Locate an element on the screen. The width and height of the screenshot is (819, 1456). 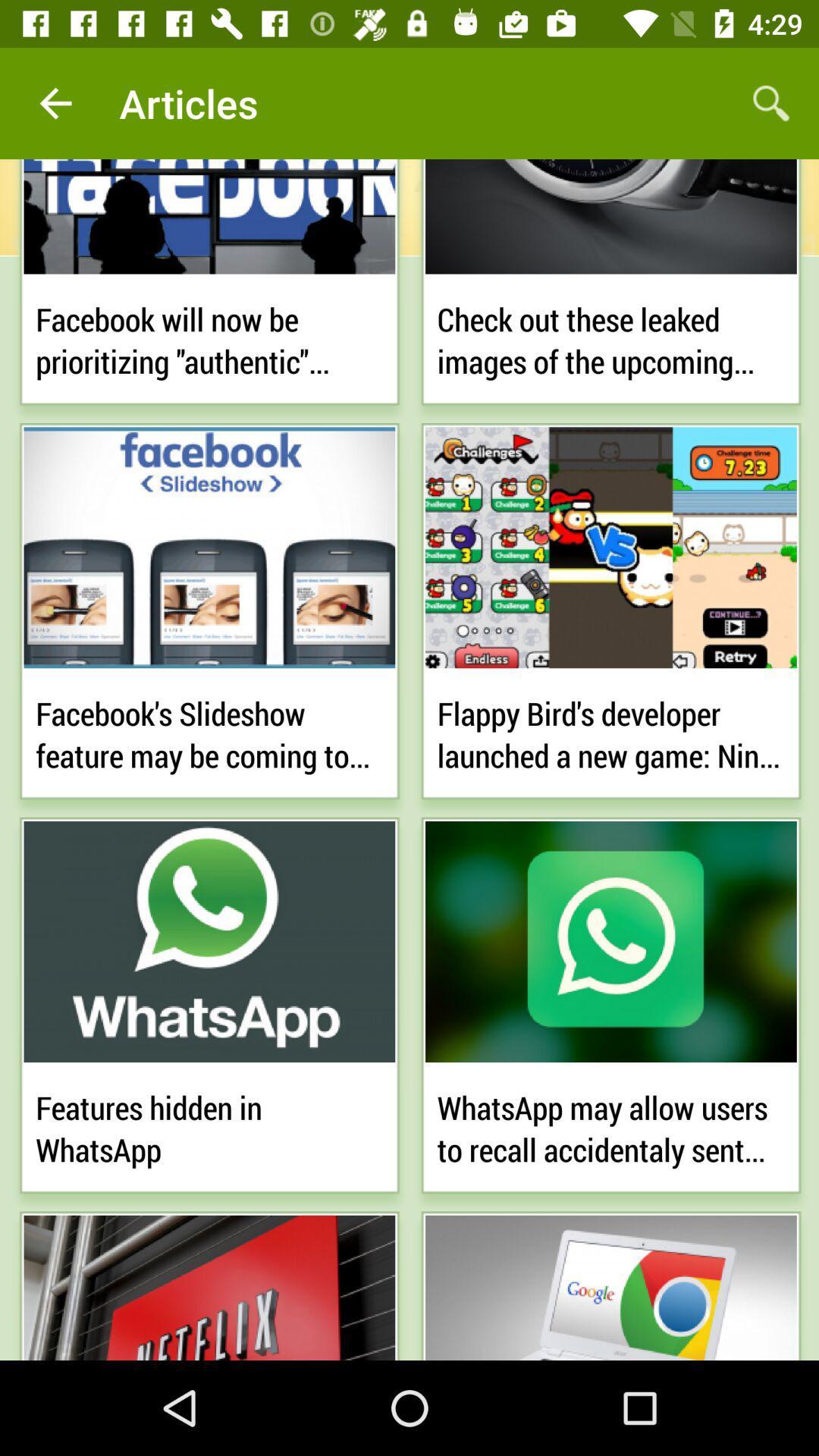
check out these is located at coordinates (610, 337).